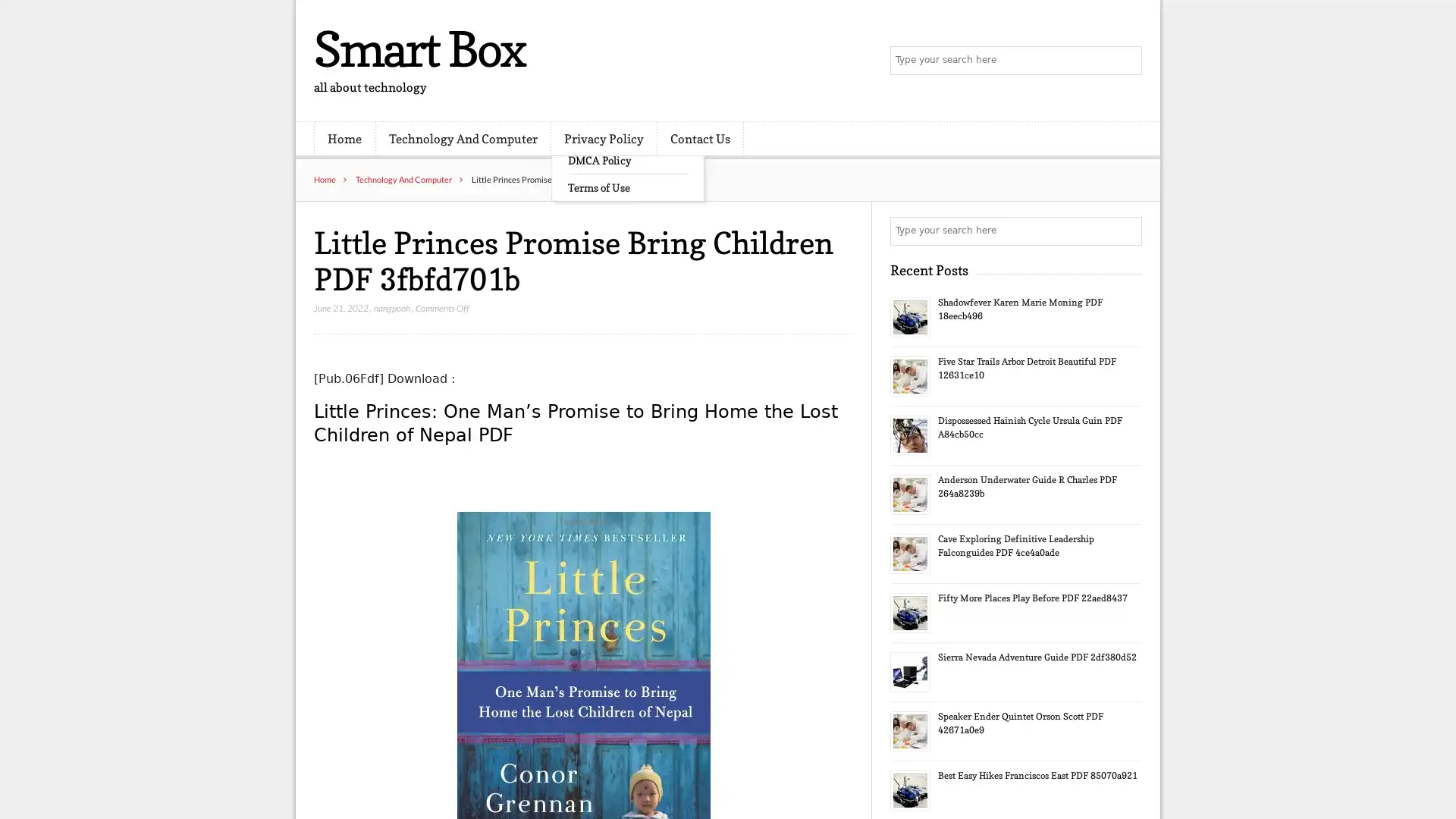 This screenshot has width=1456, height=819. What do you see at coordinates (1126, 61) in the screenshot?
I see `Search` at bounding box center [1126, 61].